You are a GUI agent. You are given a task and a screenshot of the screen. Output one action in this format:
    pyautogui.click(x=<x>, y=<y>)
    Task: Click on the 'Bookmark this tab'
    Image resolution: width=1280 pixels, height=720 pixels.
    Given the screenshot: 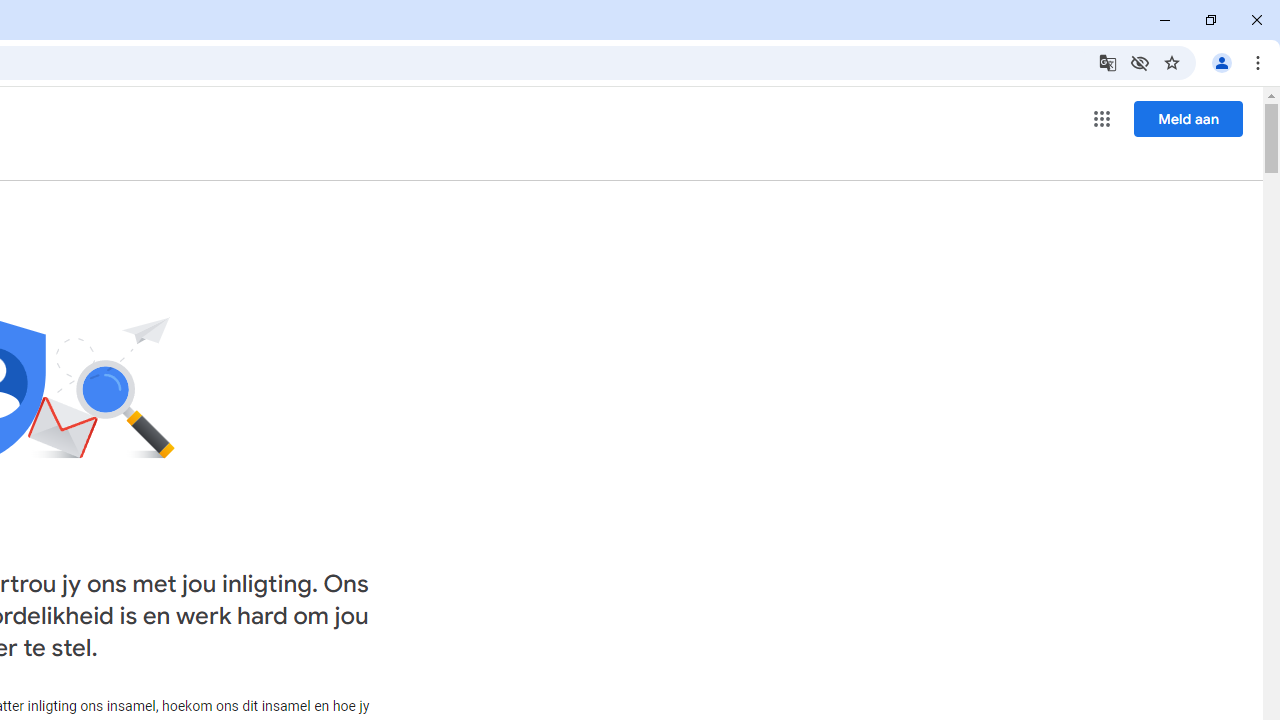 What is the action you would take?
    pyautogui.click(x=1171, y=61)
    